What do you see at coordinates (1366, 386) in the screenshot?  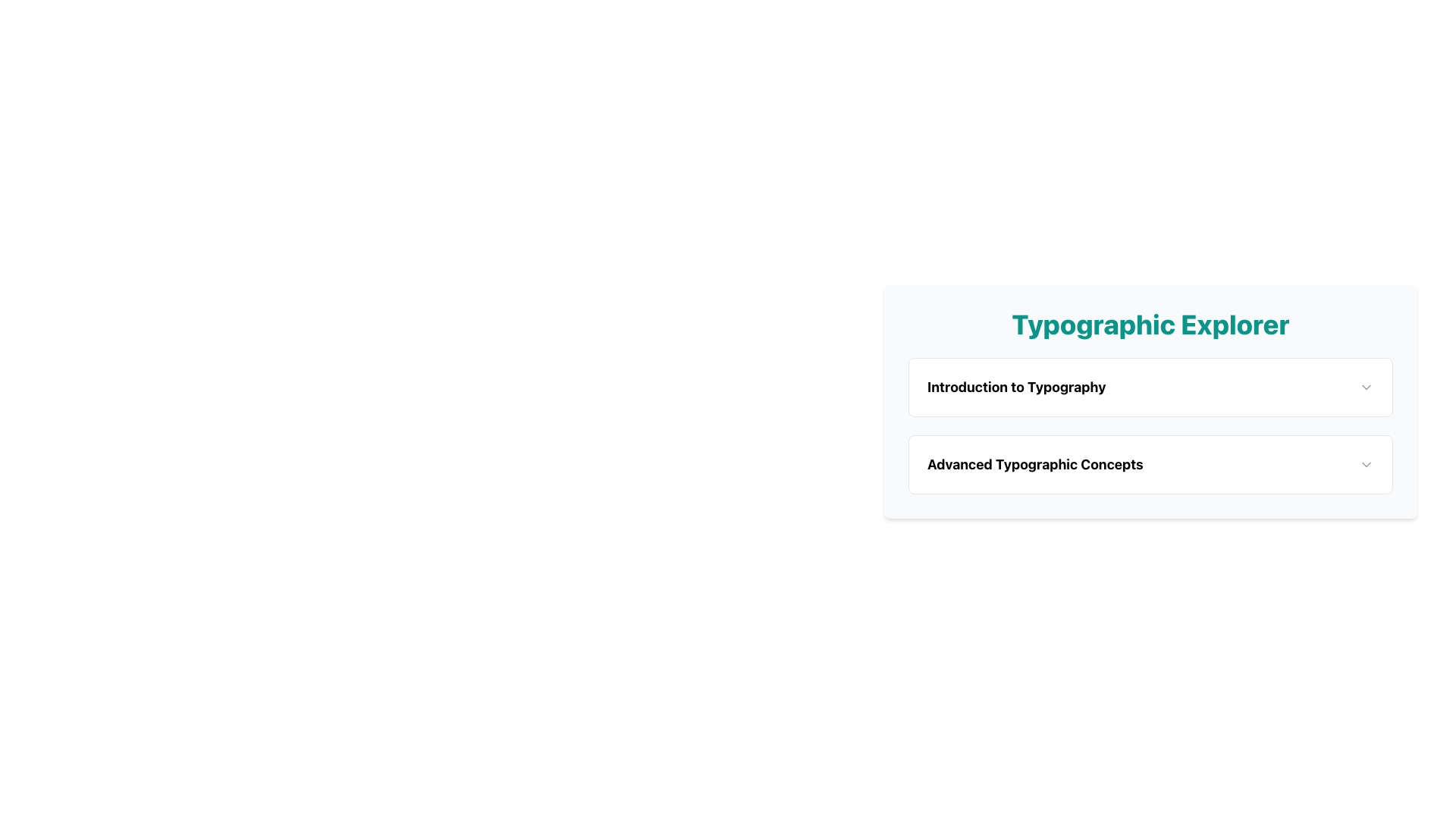 I see `the Dropdown icon located at the right end of the bar containing the text 'Introduction to Typography' in the 'Typographic Explorer' section` at bounding box center [1366, 386].